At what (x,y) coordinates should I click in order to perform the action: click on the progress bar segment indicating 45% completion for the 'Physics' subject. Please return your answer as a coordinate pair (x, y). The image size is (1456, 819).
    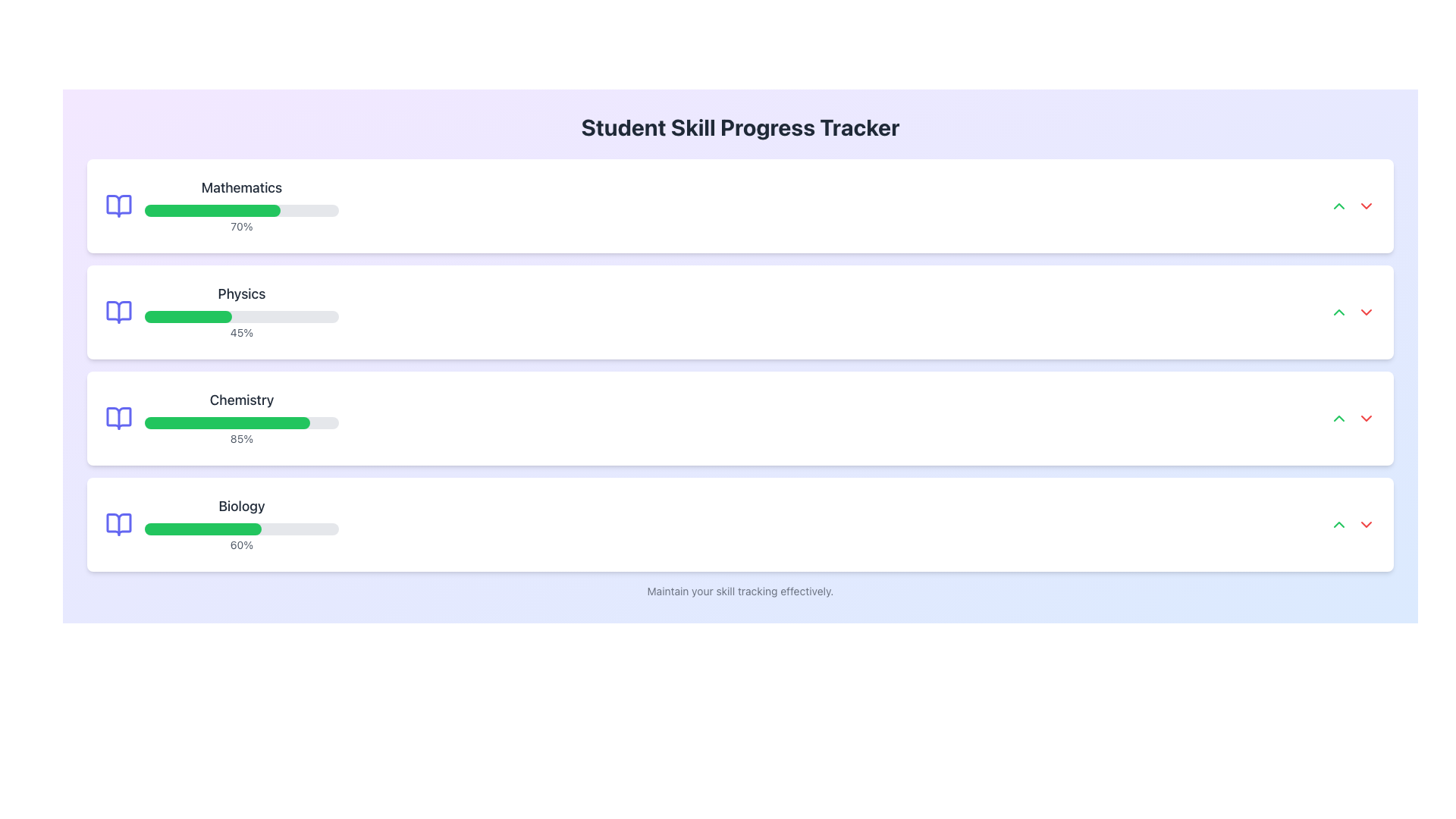
    Looking at the image, I should click on (187, 315).